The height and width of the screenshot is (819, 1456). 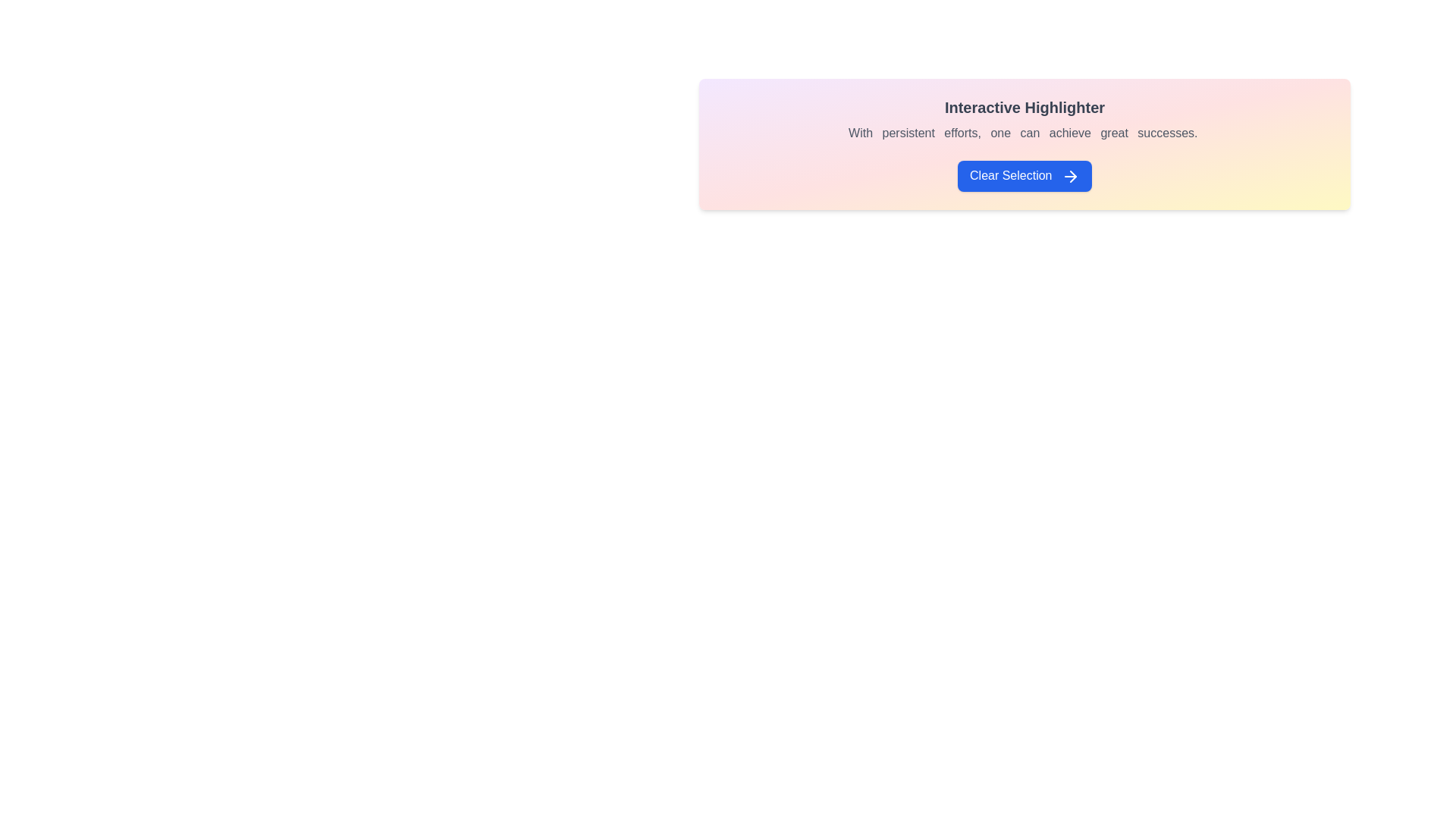 I want to click on the clear/reset button located below the 'Interactive Highlighter' text, so click(x=1025, y=175).